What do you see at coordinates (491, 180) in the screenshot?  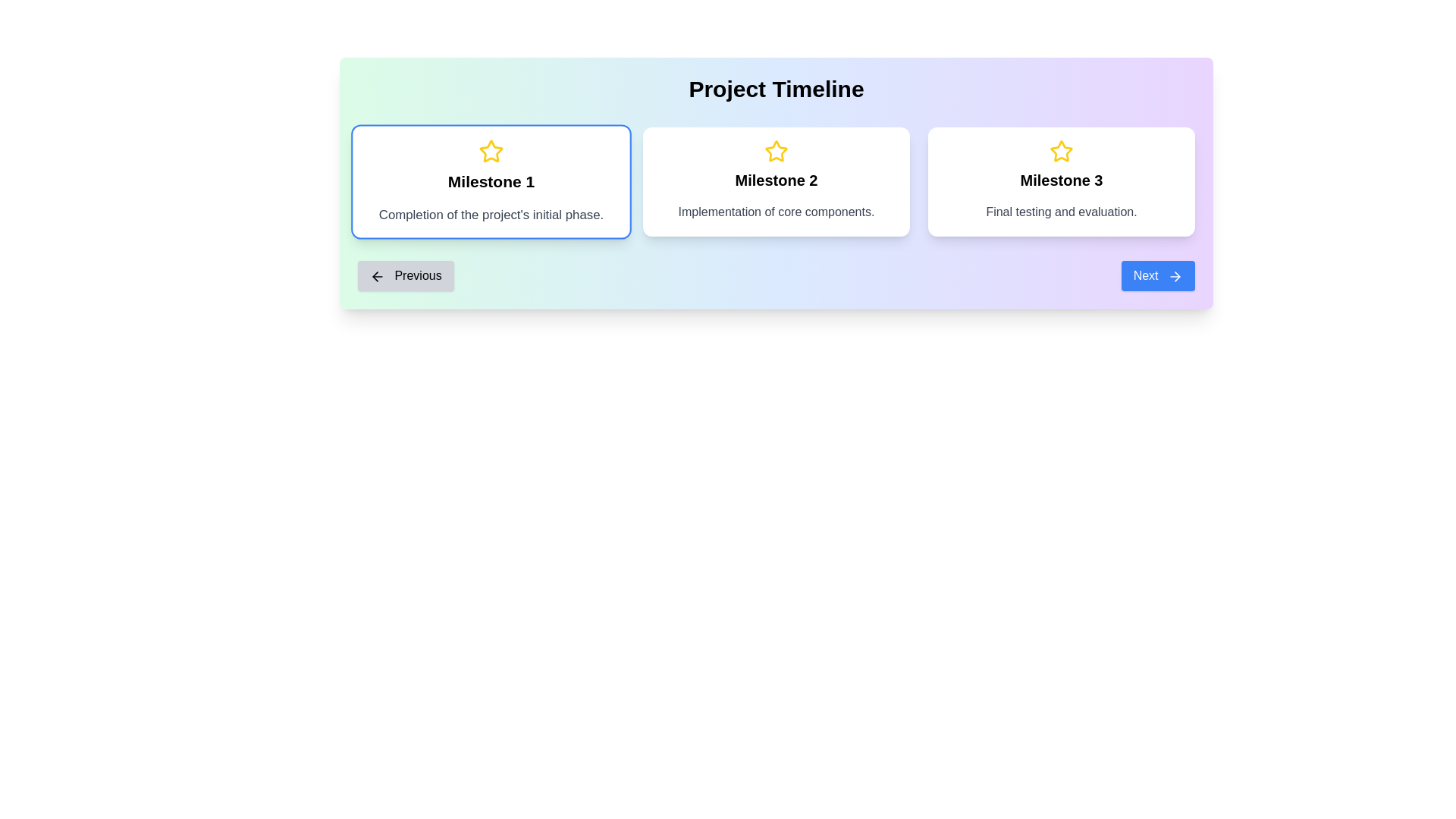 I see `the static text label displaying 'Milestone 1' which is centered within the leftmost card of three cards, located beneath the 'Project Timeline' heading` at bounding box center [491, 180].